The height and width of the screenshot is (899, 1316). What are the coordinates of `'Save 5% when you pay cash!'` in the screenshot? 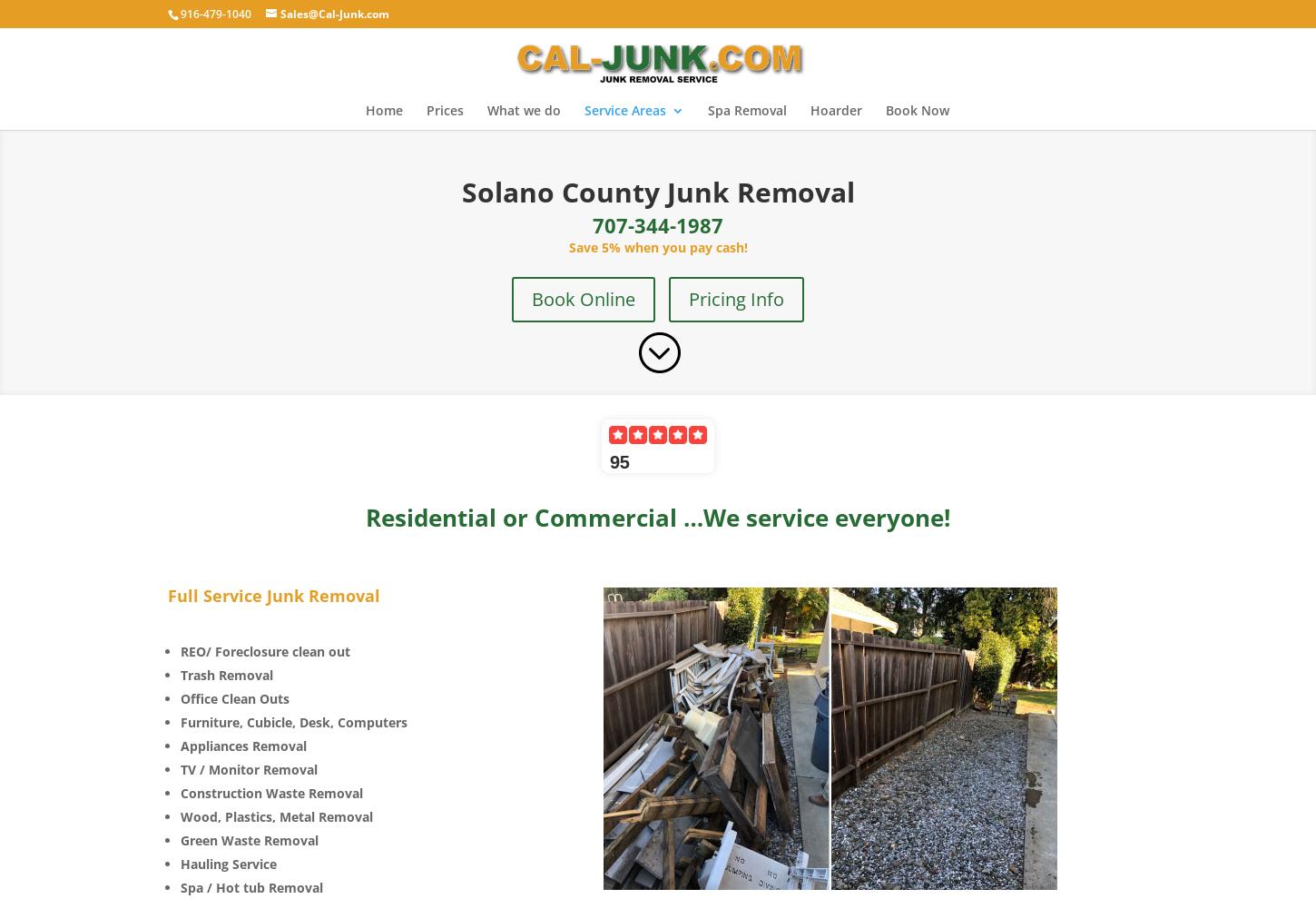 It's located at (656, 246).